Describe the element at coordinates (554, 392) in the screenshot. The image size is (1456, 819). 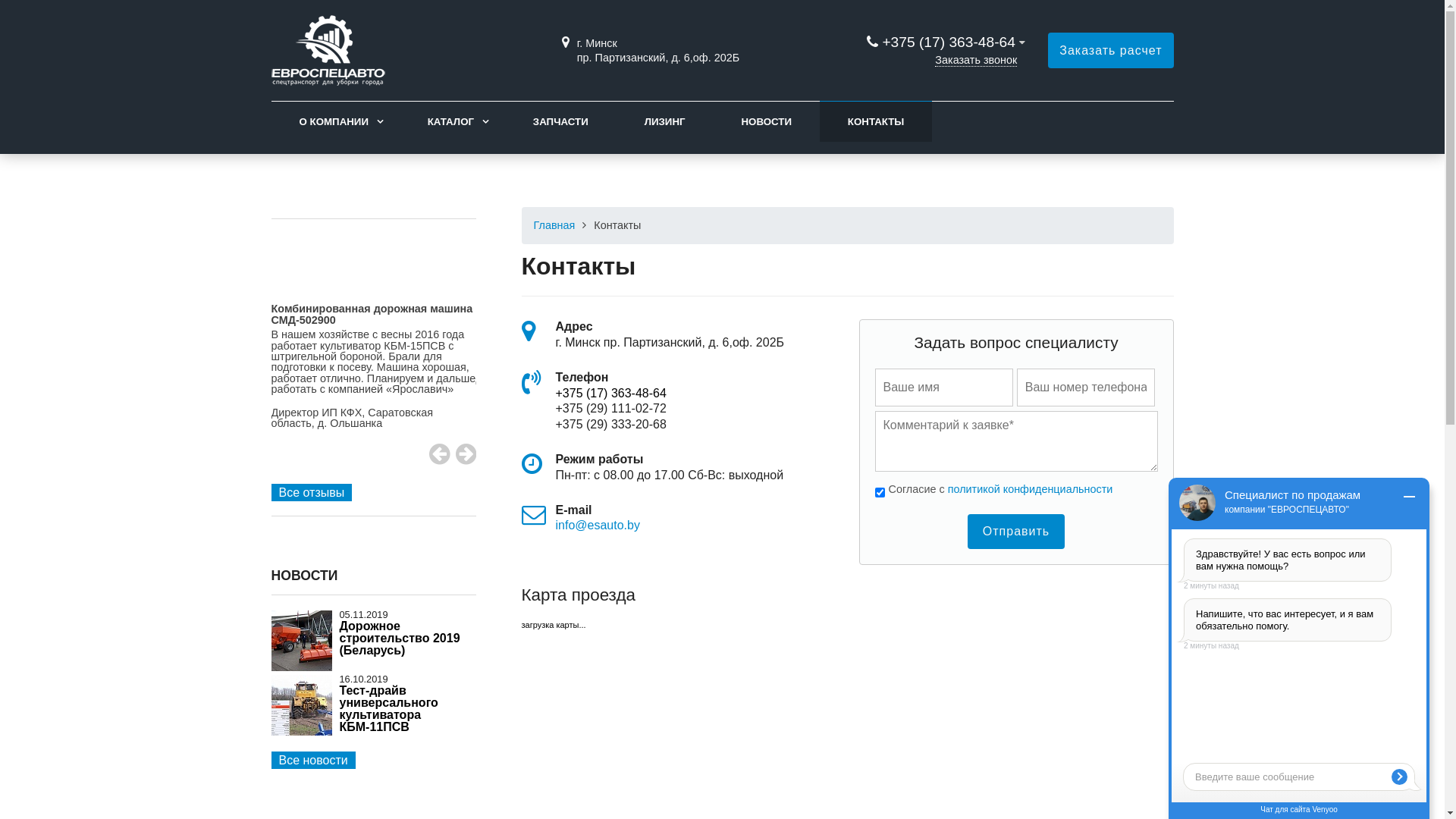
I see `'+375 (17) 363-48-64'` at that location.